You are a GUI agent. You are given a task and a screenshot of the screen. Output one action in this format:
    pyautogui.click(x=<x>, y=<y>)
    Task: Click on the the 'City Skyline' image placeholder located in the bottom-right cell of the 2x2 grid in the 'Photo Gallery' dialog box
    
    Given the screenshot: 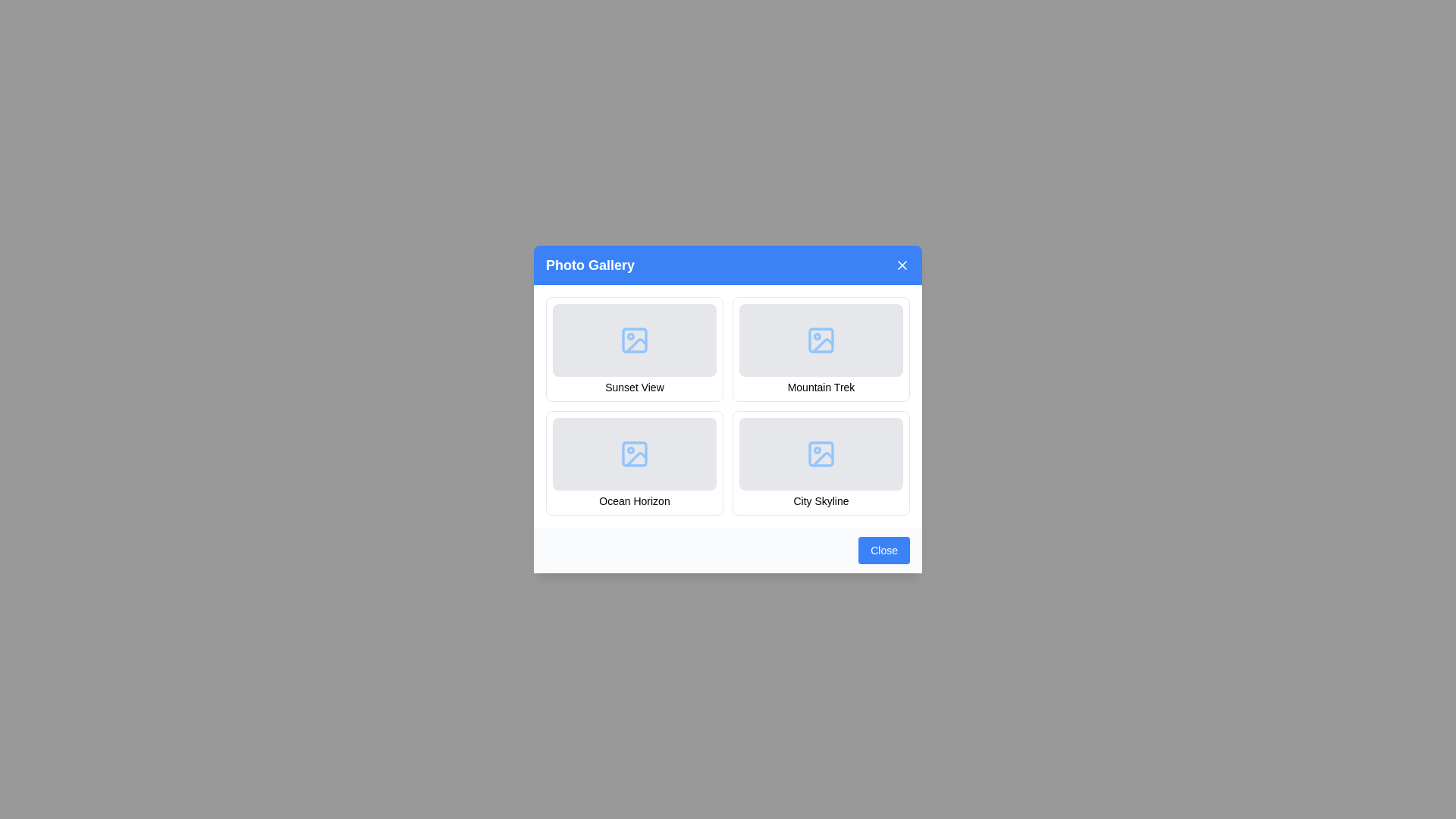 What is the action you would take?
    pyautogui.click(x=821, y=453)
    